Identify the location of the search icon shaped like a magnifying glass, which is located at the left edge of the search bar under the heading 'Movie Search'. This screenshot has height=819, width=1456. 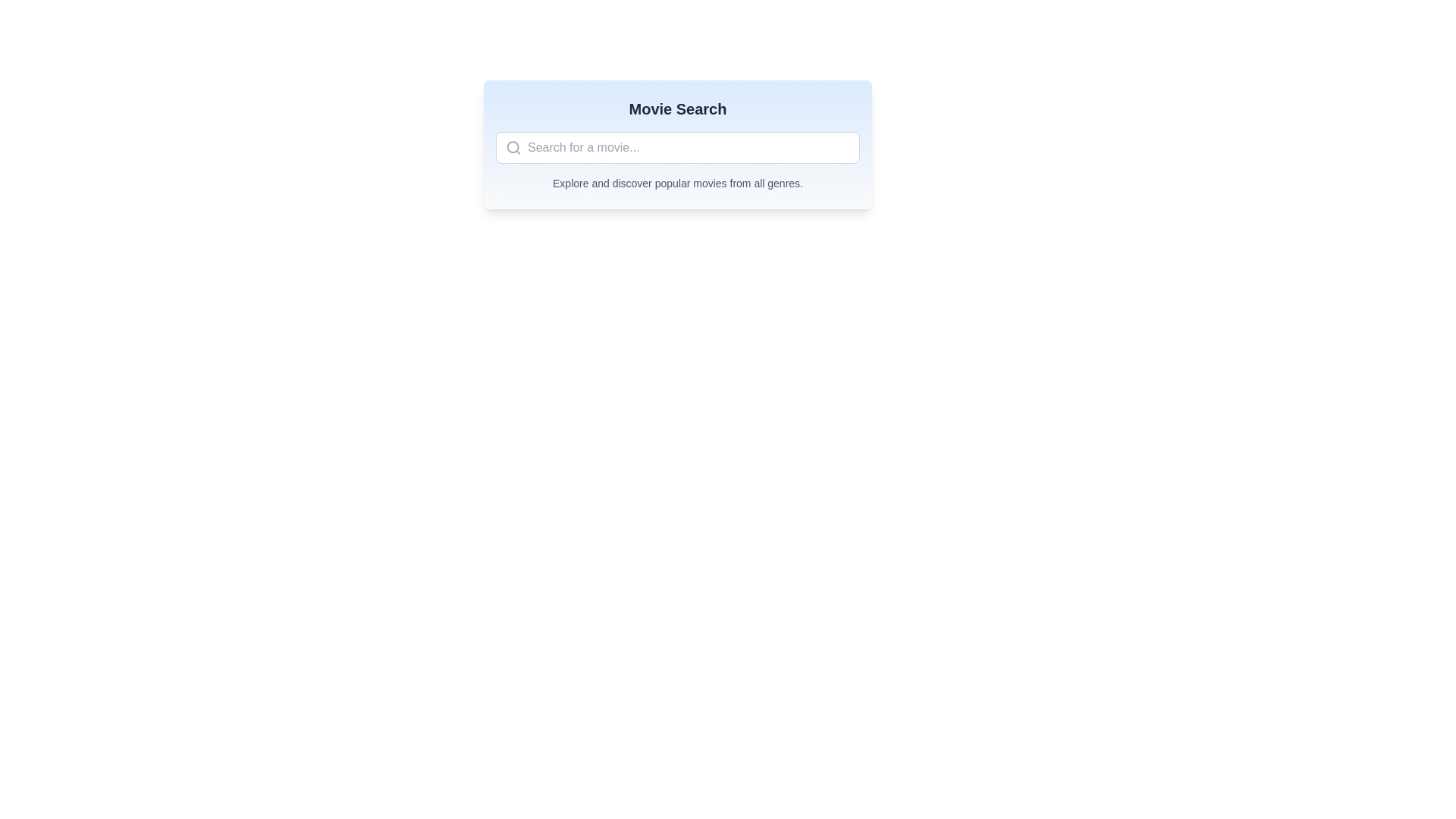
(513, 148).